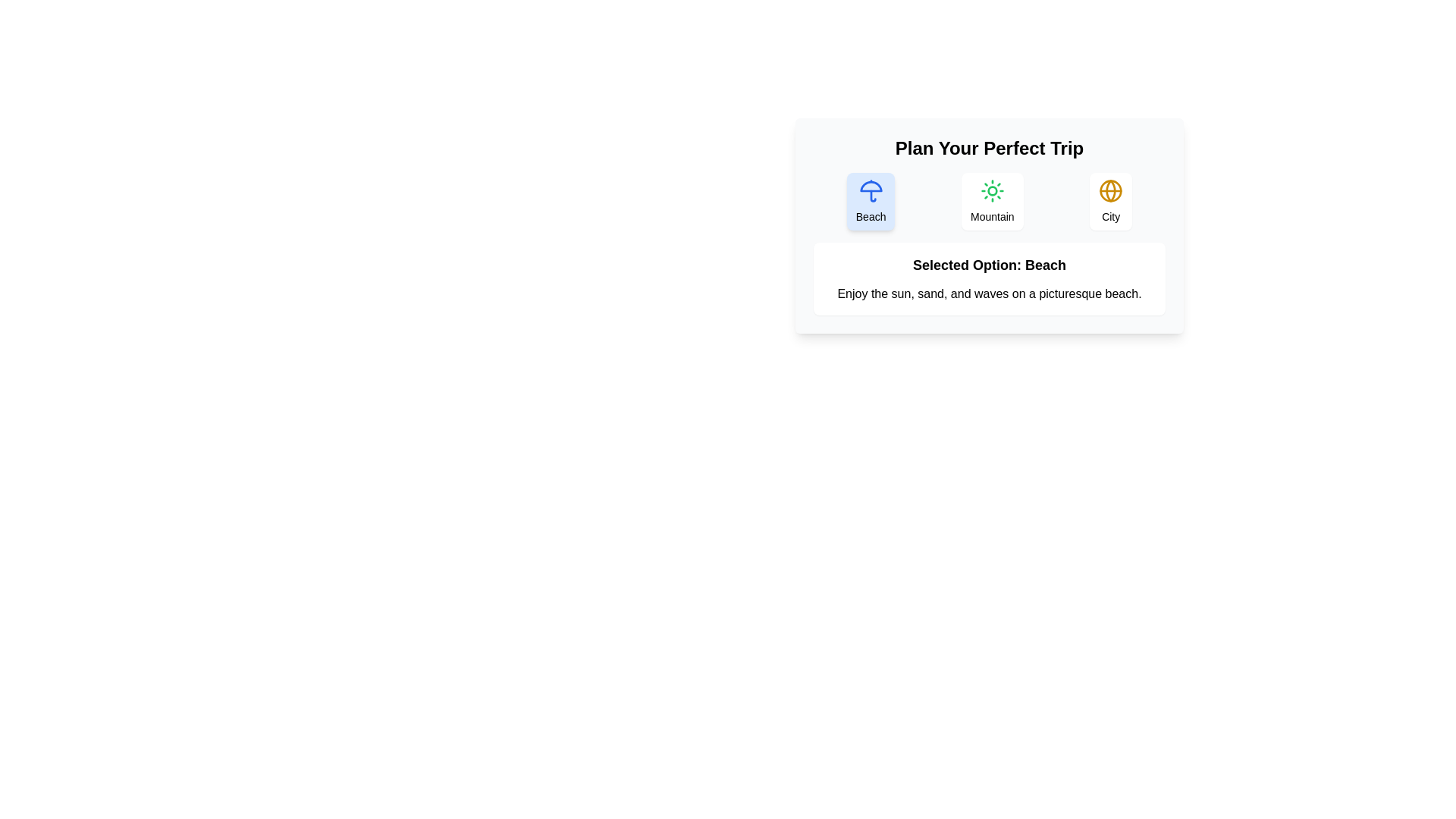 This screenshot has width=1456, height=819. What do you see at coordinates (871, 190) in the screenshot?
I see `the blue umbrella icon located on the leftmost side of the 'Plan Your Perfect Trip' section, which is centered above the 'Beach' text label` at bounding box center [871, 190].